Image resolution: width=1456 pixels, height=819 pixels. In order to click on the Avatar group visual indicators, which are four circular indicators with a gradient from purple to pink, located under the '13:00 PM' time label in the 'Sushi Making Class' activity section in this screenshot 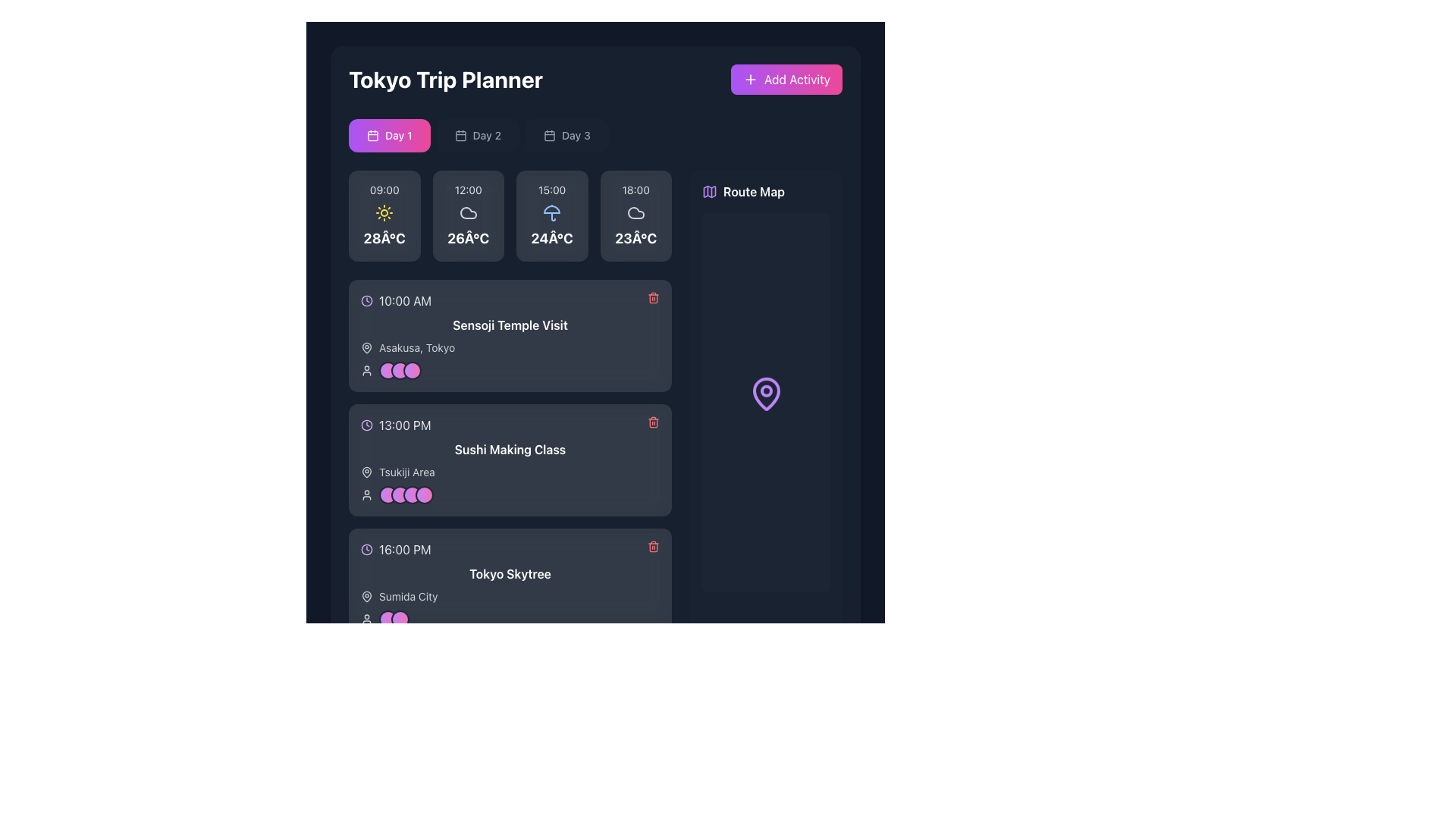, I will do `click(406, 494)`.